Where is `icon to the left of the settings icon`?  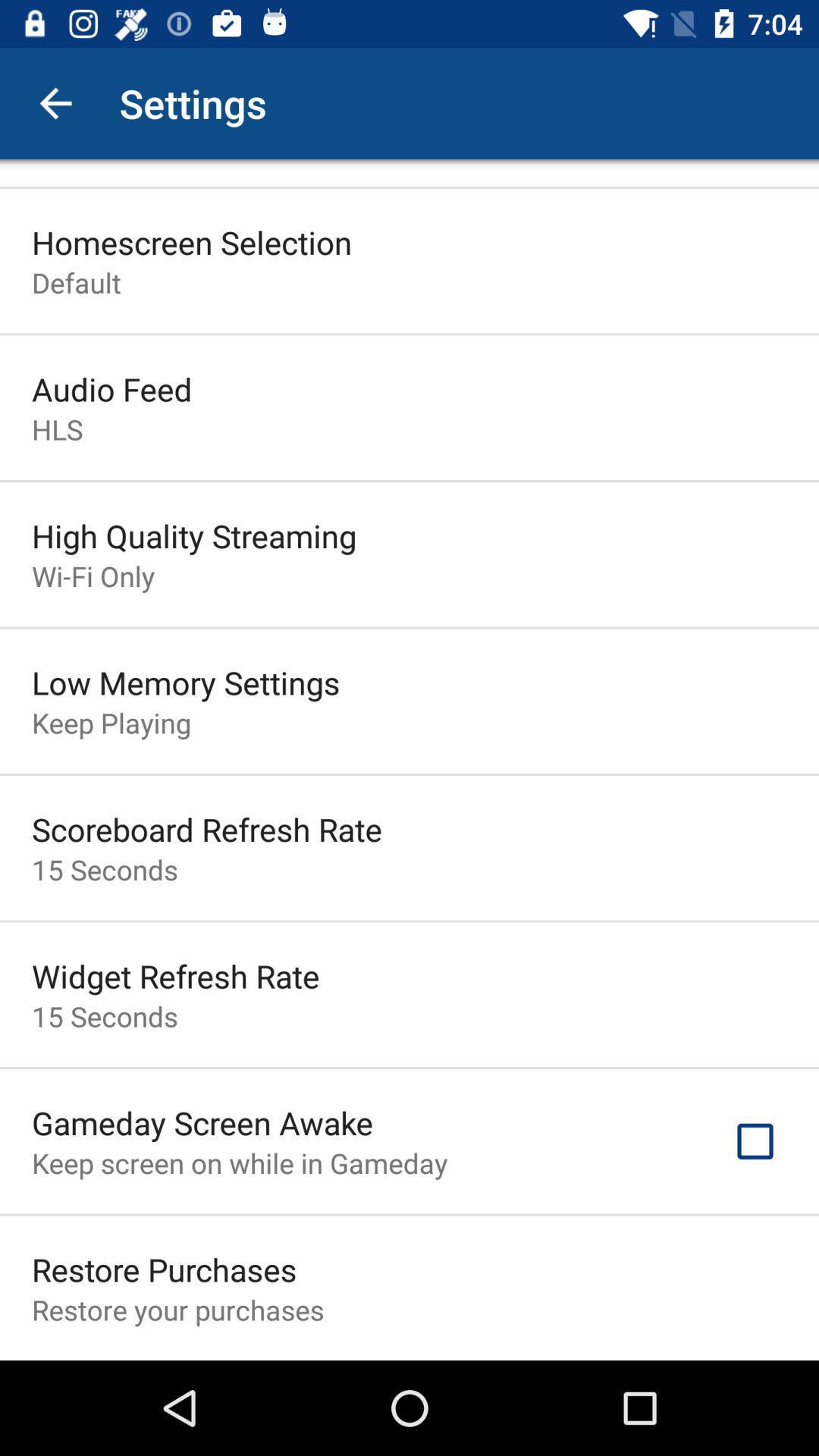
icon to the left of the settings icon is located at coordinates (55, 102).